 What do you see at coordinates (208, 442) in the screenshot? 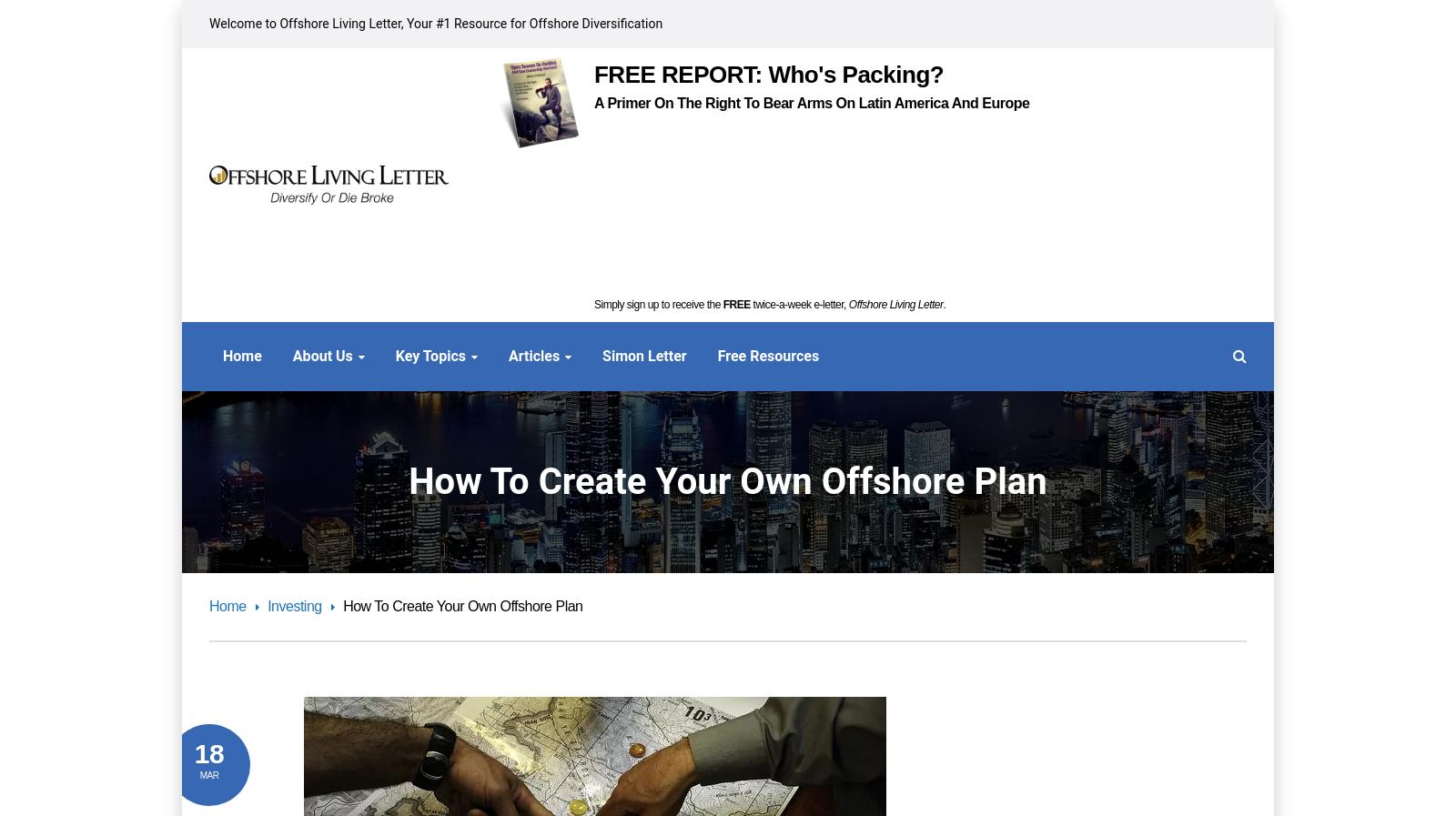
I see `'What is Offshore Living Letter?'` at bounding box center [208, 442].